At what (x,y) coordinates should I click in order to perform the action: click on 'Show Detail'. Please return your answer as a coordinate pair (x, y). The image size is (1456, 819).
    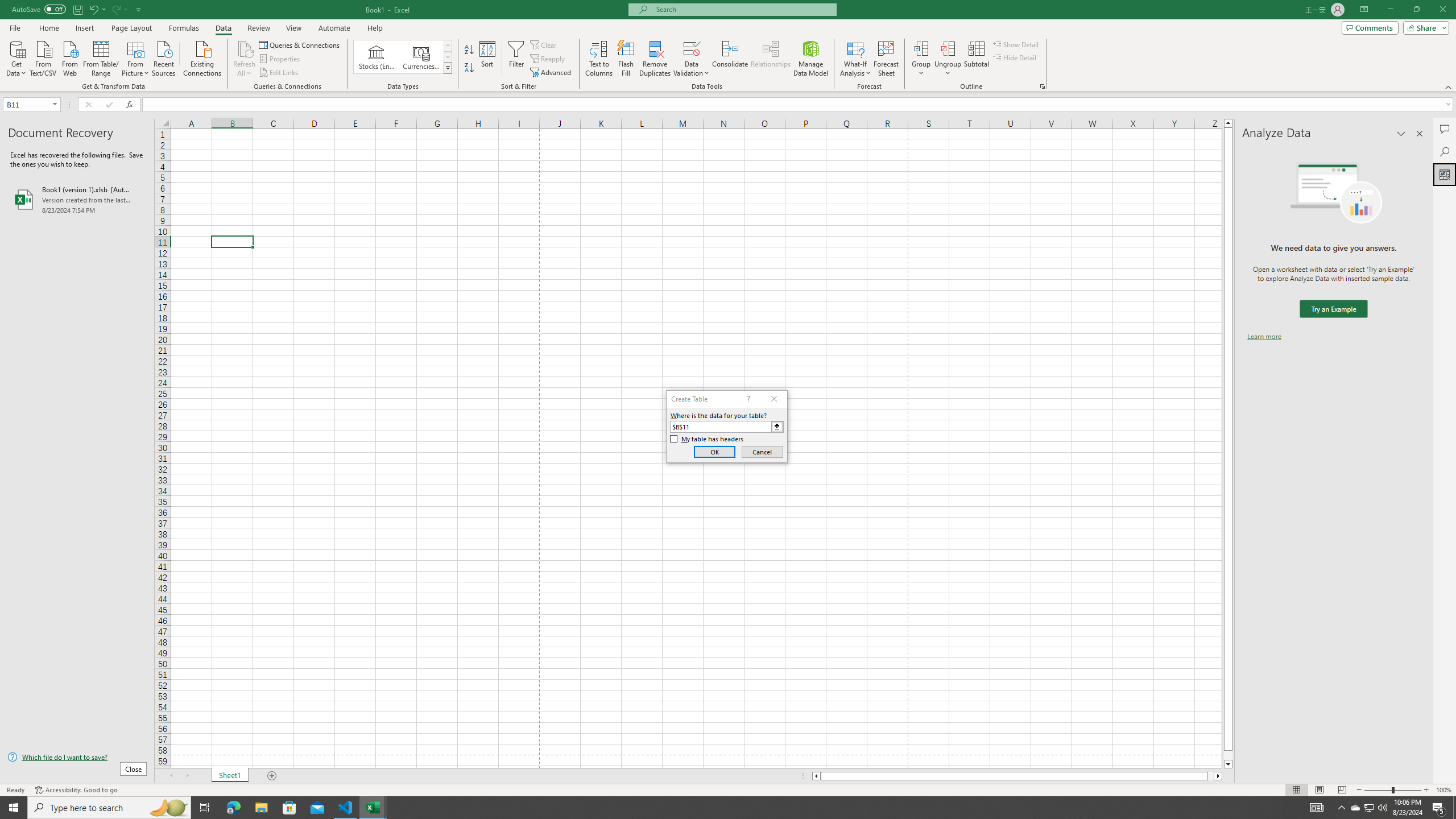
    Looking at the image, I should click on (1015, 44).